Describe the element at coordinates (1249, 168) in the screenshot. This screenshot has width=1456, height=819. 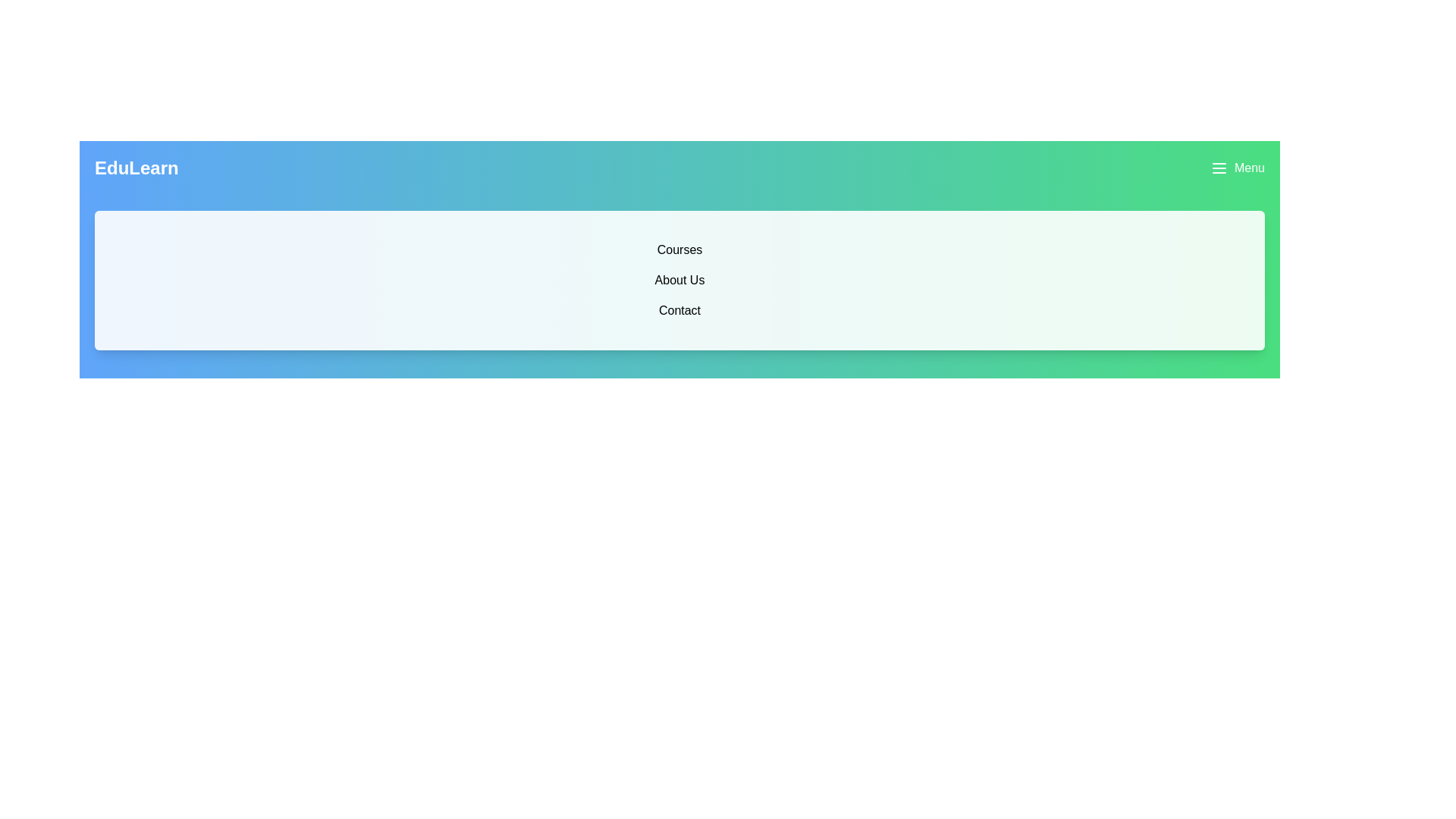
I see `the 'Menu' label, which displays bold white text on a green background, located in the top-right corner of the user interface adjacent to a three-line icon` at that location.